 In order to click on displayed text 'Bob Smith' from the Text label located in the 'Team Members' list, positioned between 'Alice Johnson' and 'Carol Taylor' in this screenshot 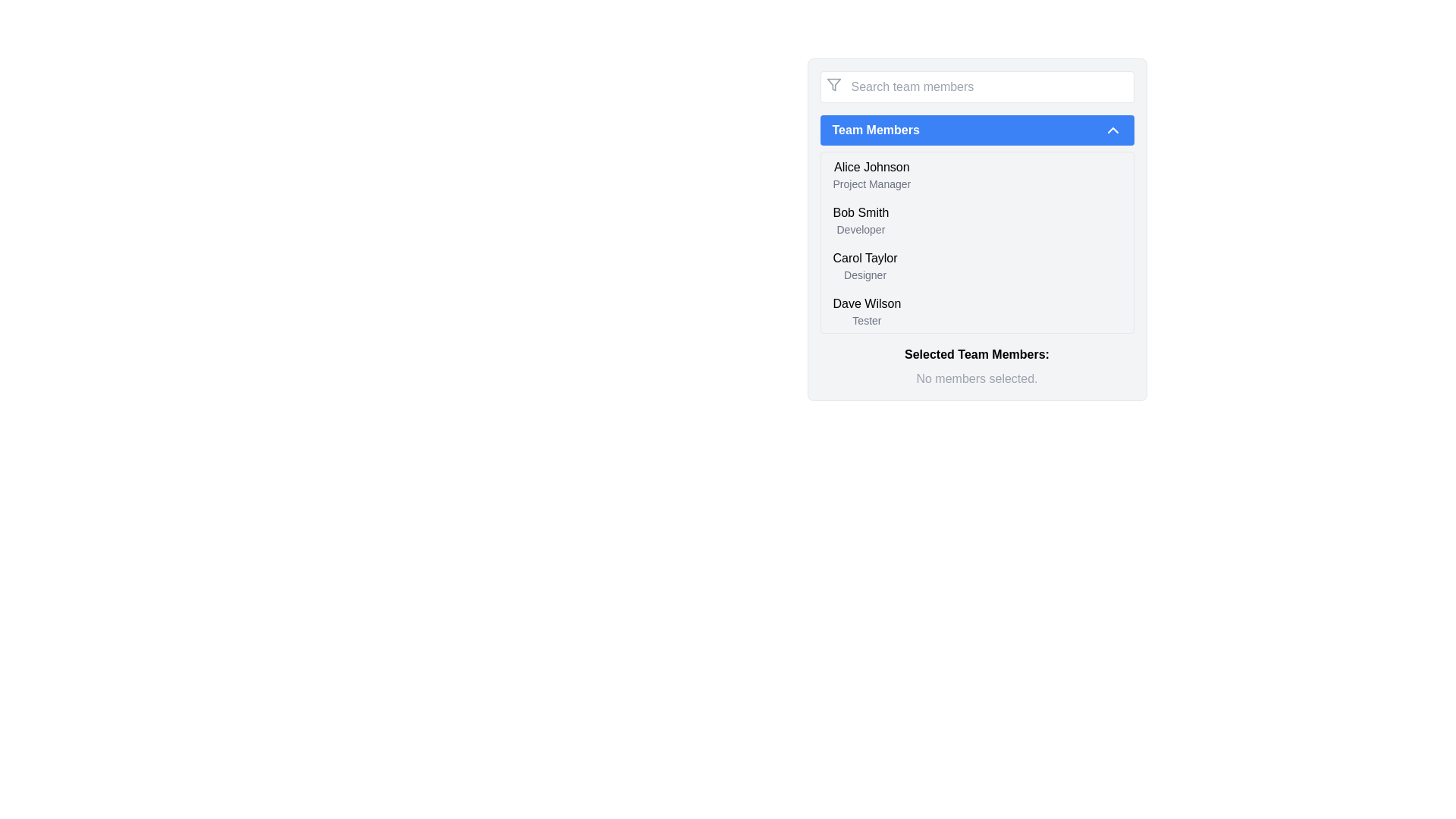, I will do `click(861, 213)`.